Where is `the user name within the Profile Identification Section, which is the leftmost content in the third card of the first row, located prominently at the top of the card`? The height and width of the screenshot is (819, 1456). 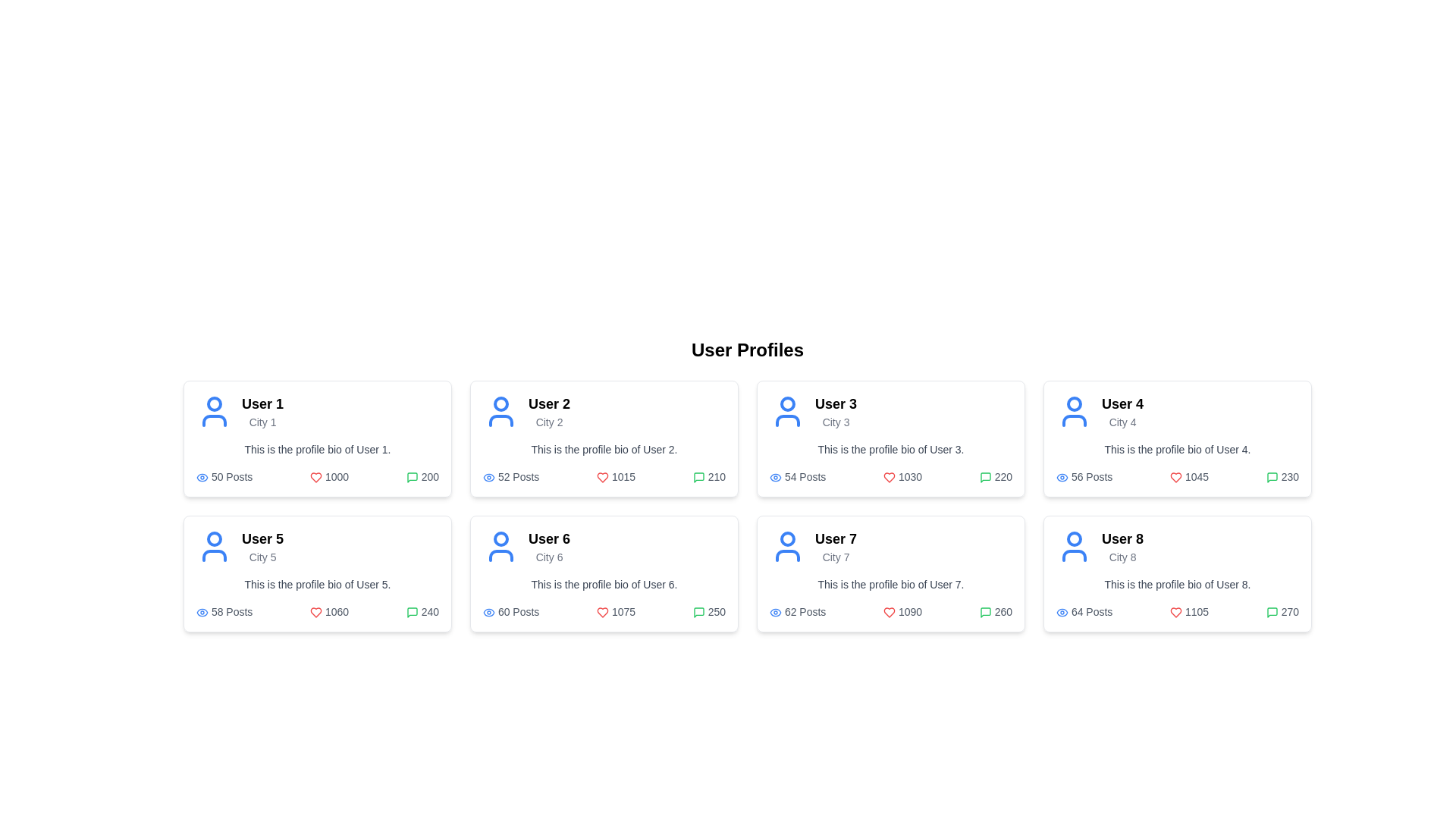
the user name within the Profile Identification Section, which is the leftmost content in the third card of the first row, located prominently at the top of the card is located at coordinates (891, 412).